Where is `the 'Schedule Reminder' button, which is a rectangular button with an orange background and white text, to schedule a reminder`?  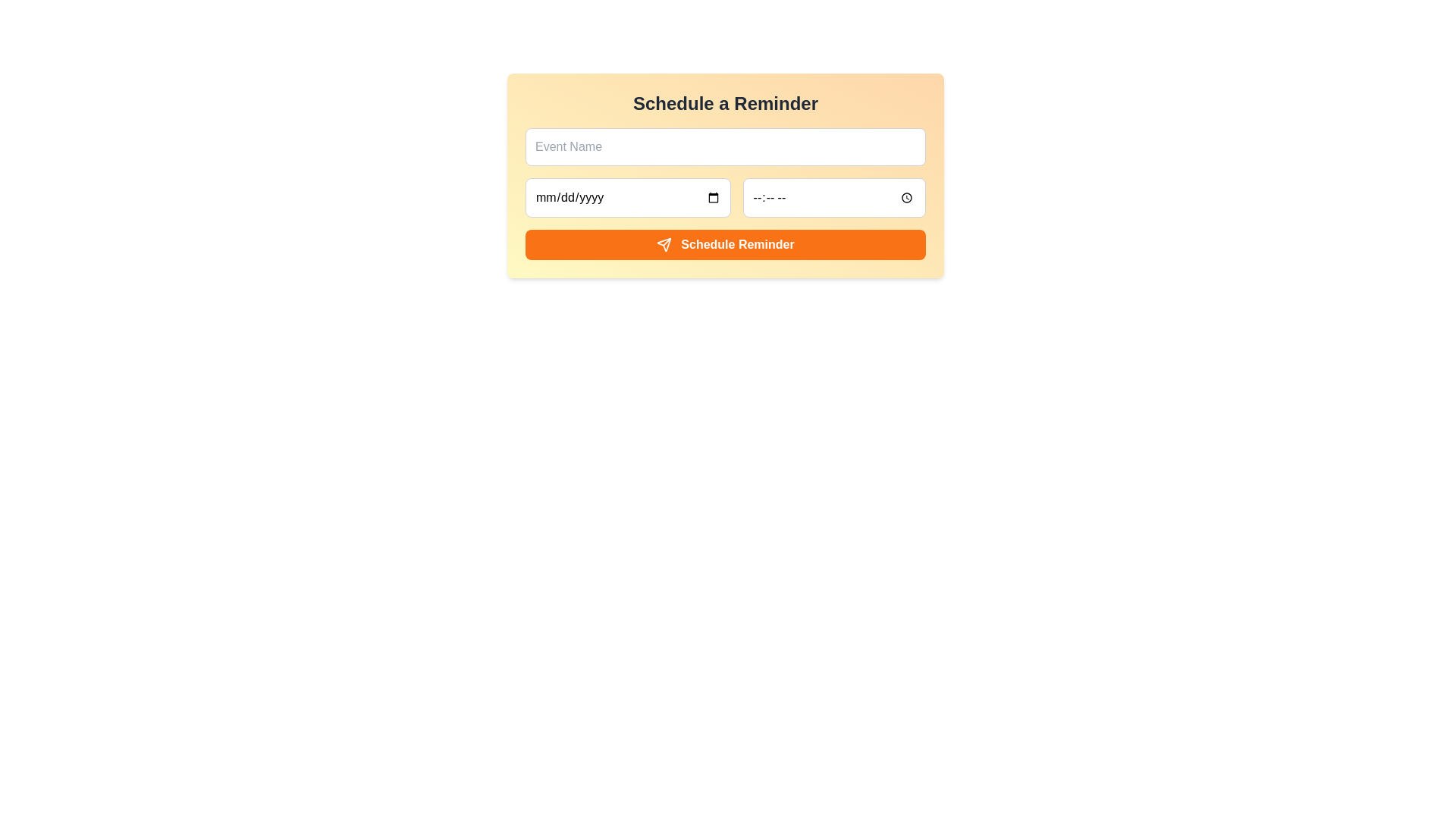 the 'Schedule Reminder' button, which is a rectangular button with an orange background and white text, to schedule a reminder is located at coordinates (724, 244).